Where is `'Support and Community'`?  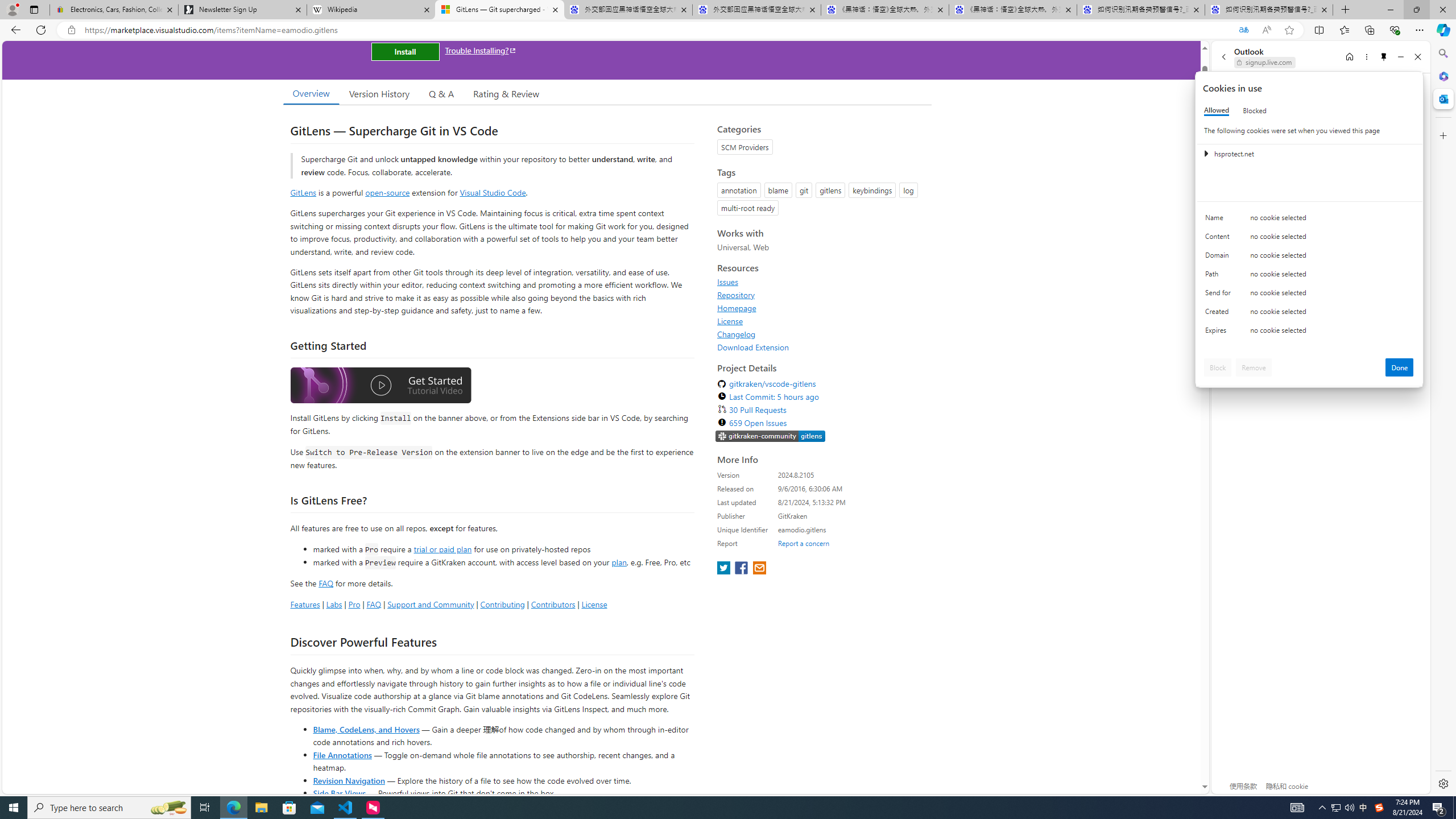
'Support and Community' is located at coordinates (431, 603).